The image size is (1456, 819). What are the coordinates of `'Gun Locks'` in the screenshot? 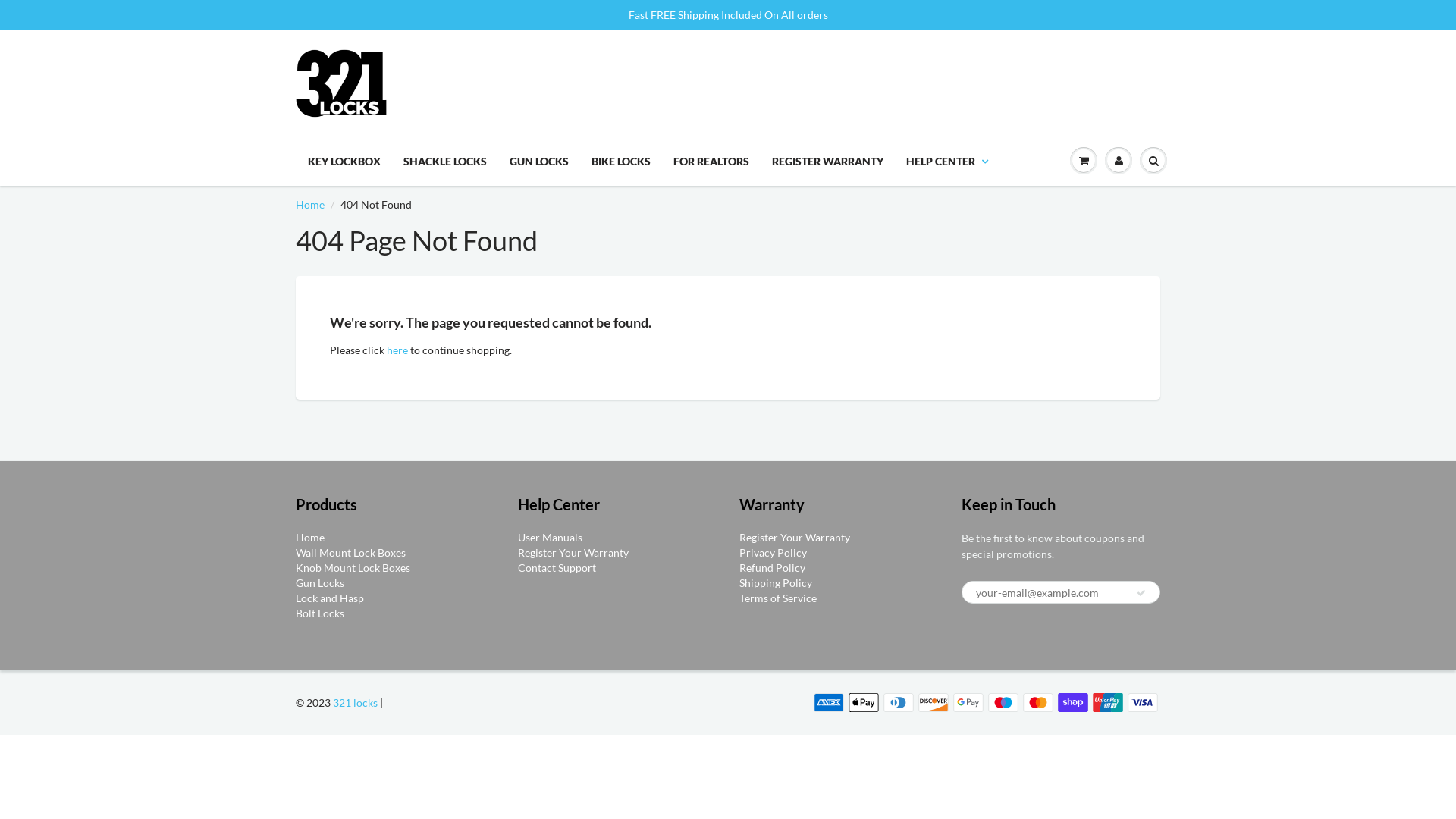 It's located at (319, 582).